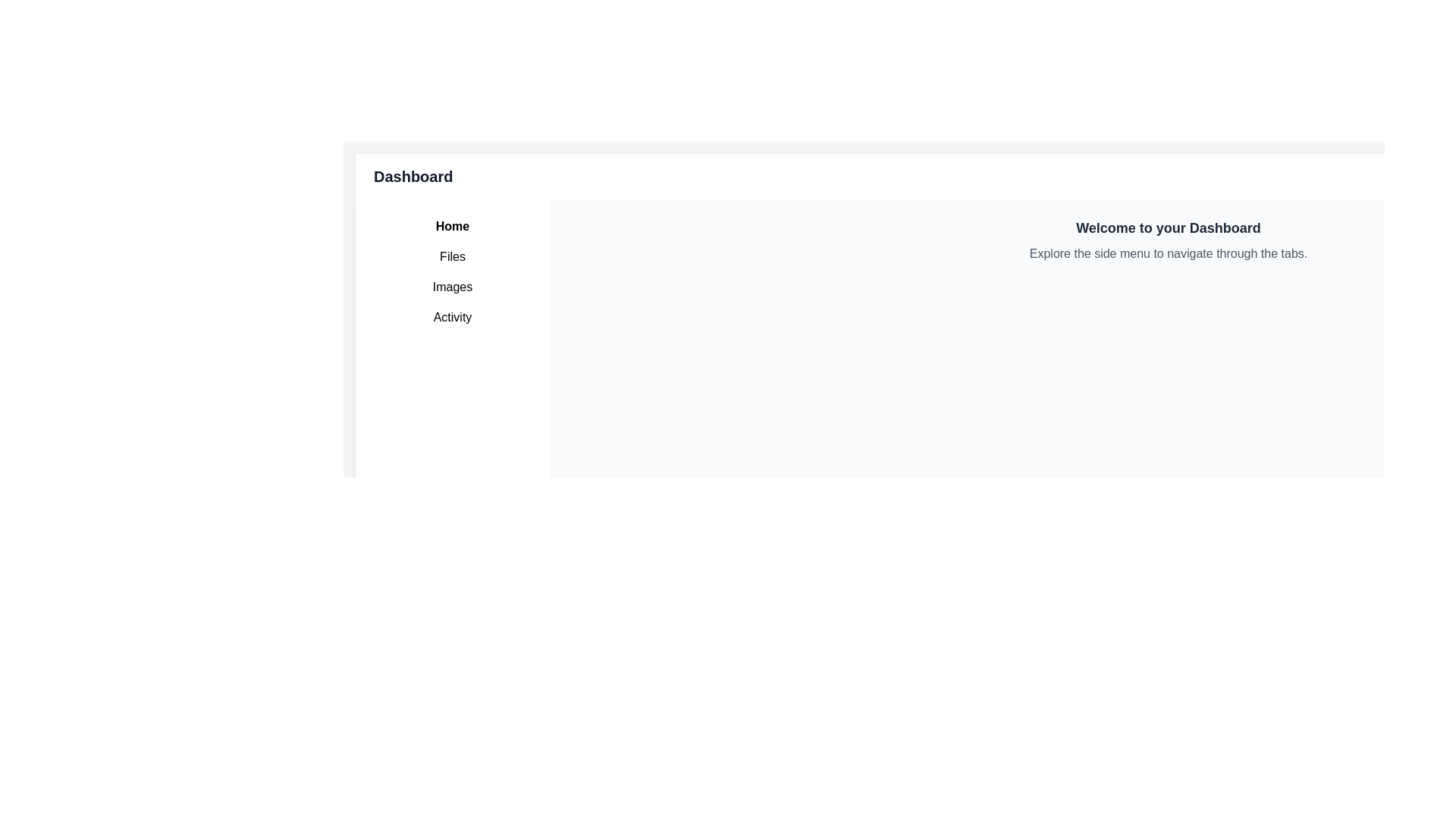 The height and width of the screenshot is (819, 1456). Describe the element at coordinates (451, 287) in the screenshot. I see `the text label displaying 'Images'` at that location.